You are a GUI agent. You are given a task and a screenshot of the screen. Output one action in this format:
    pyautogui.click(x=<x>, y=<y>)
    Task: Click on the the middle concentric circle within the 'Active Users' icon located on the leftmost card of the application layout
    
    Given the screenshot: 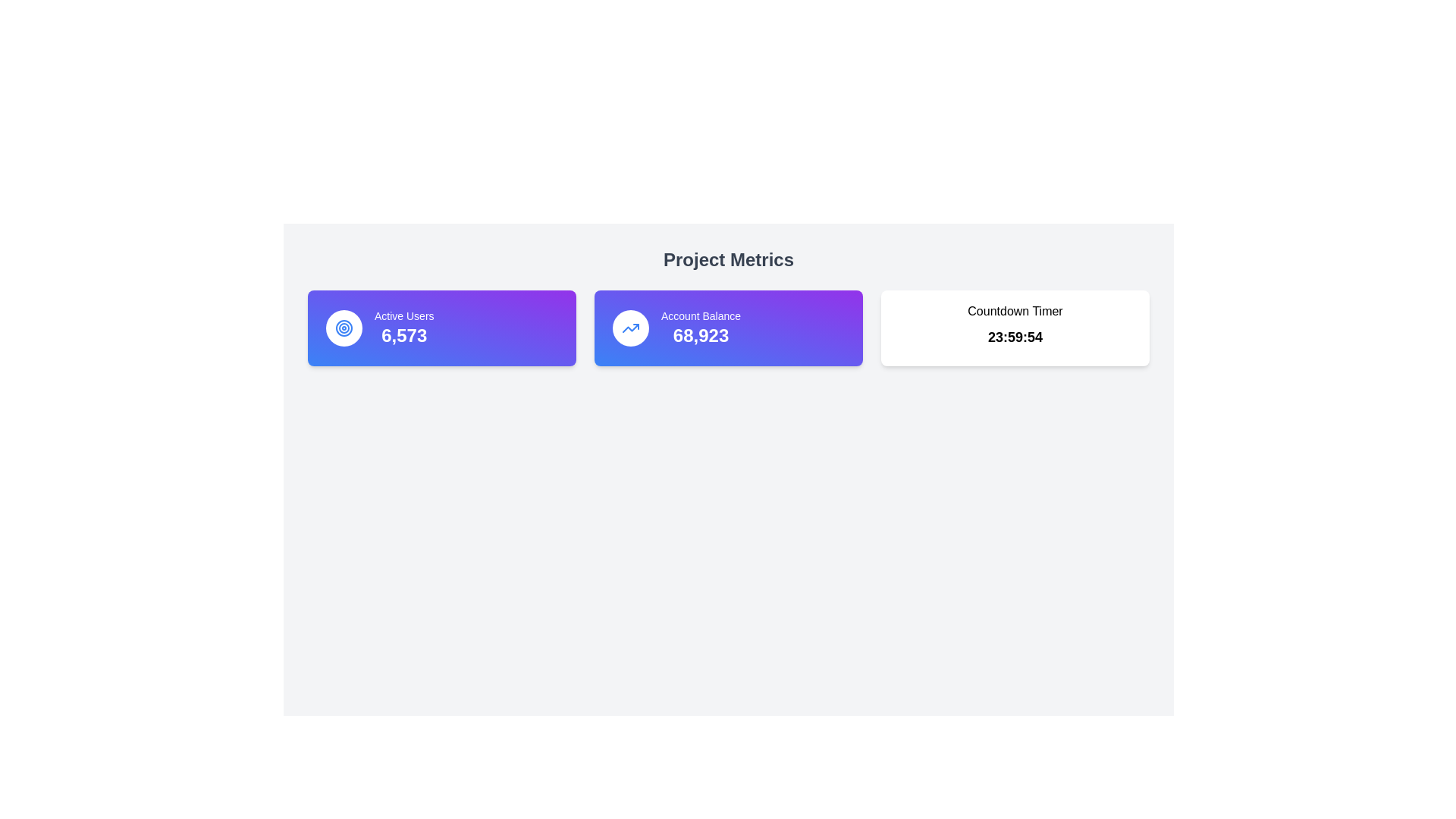 What is the action you would take?
    pyautogui.click(x=344, y=327)
    